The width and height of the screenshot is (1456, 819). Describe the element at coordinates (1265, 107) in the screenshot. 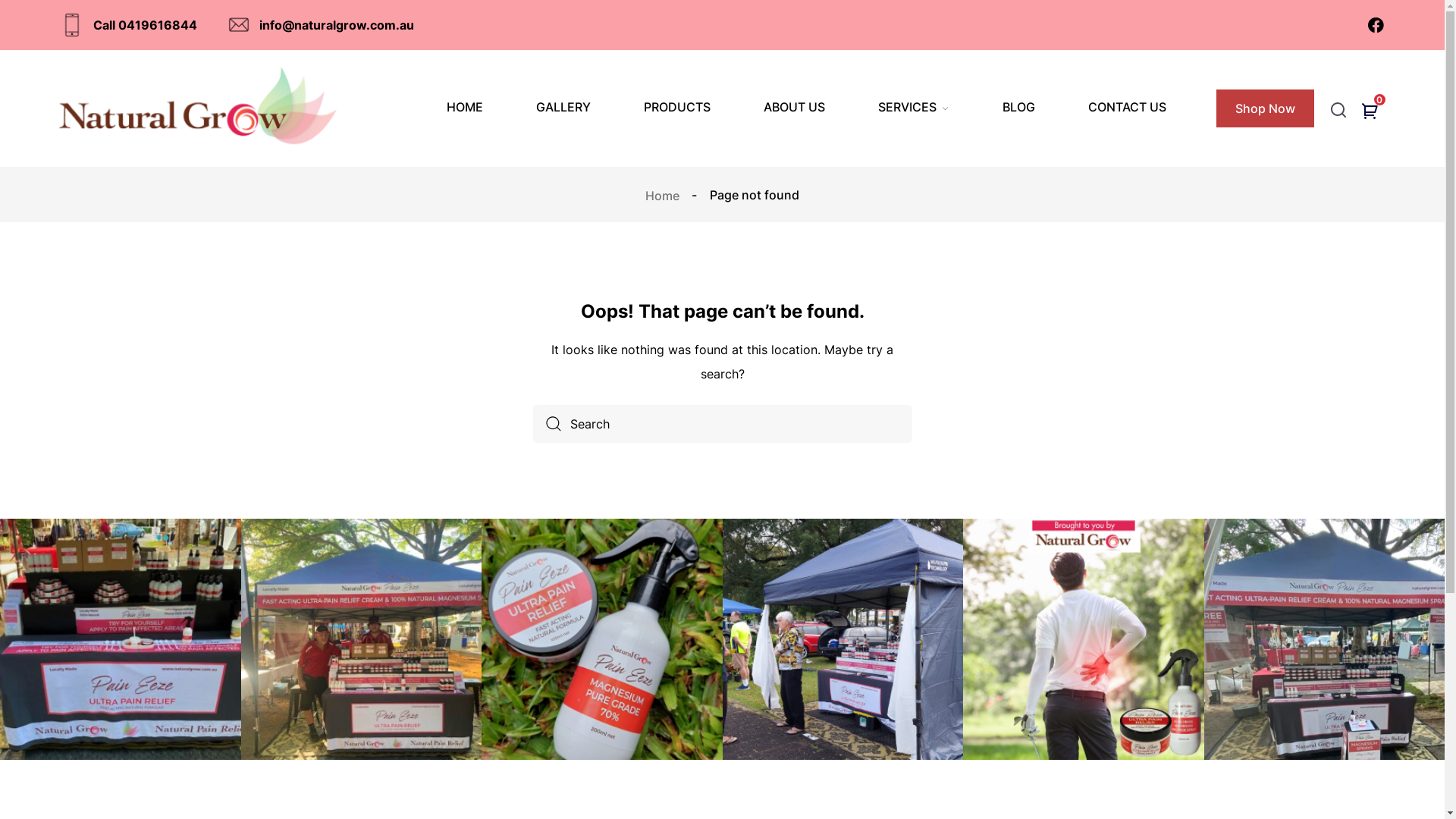

I see `'Shop Now'` at that location.